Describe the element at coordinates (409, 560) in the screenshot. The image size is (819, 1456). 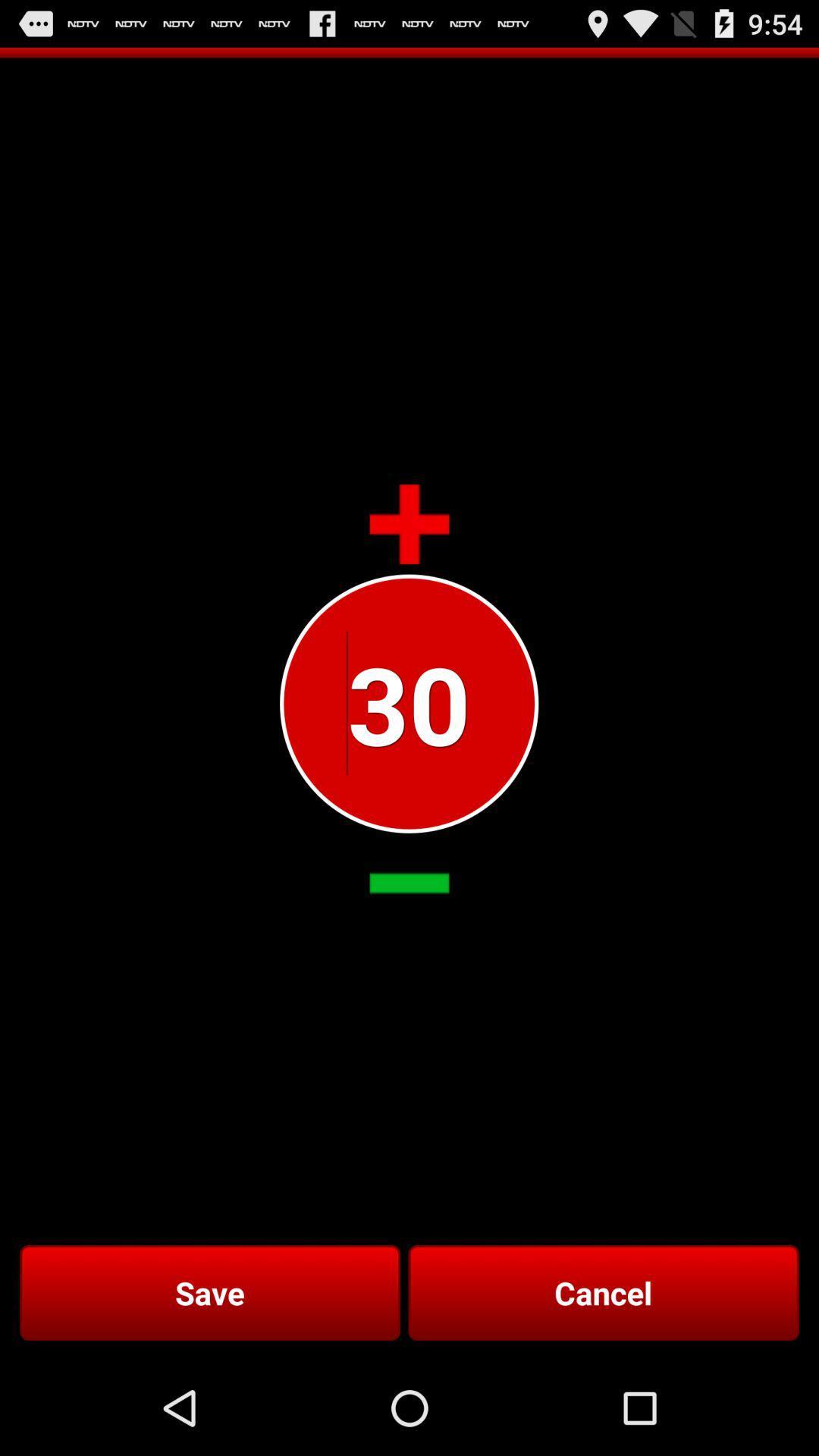
I see `the add icon` at that location.